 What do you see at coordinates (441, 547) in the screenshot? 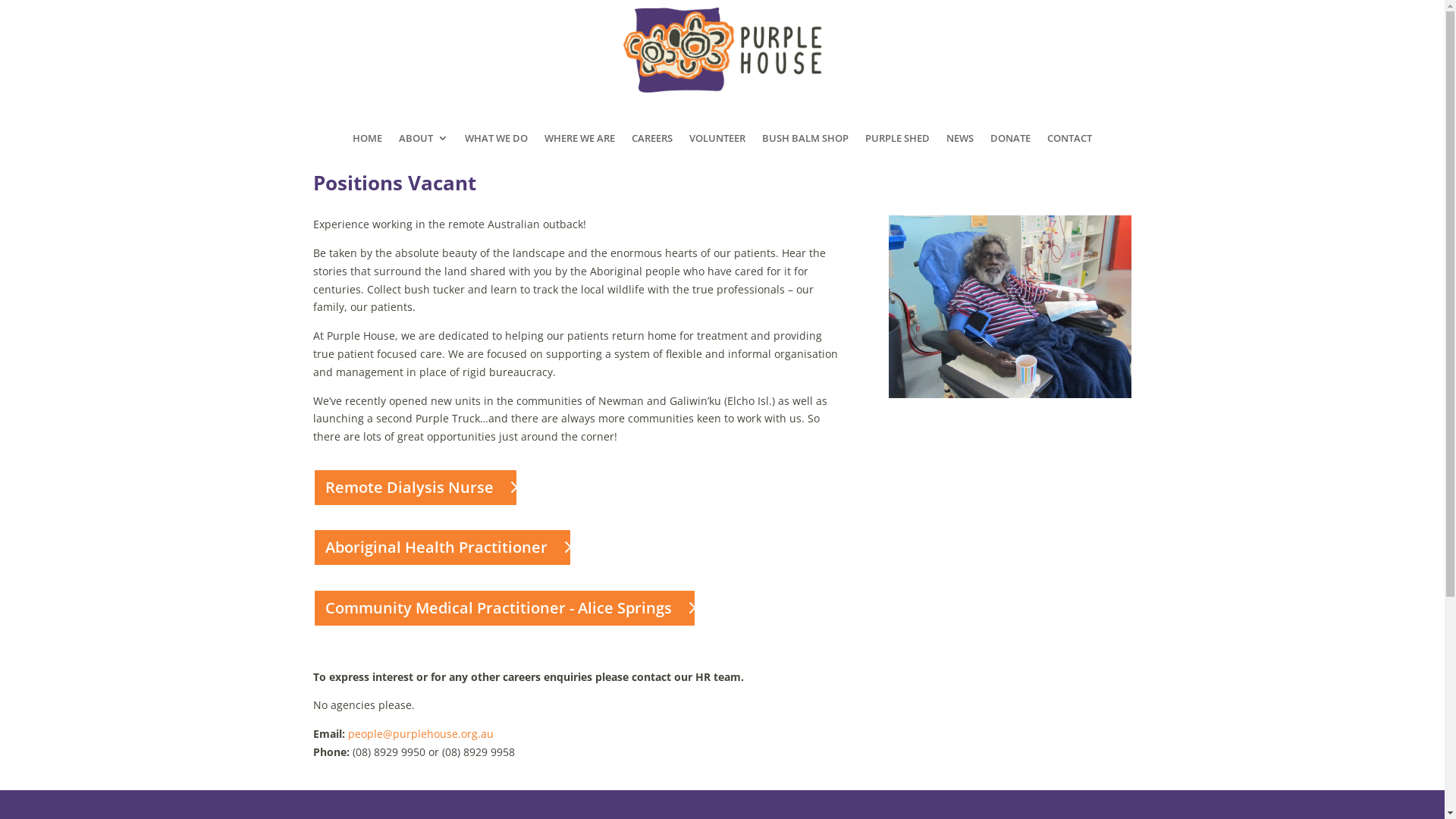
I see `'Aboriginal Health Practitioner'` at bounding box center [441, 547].